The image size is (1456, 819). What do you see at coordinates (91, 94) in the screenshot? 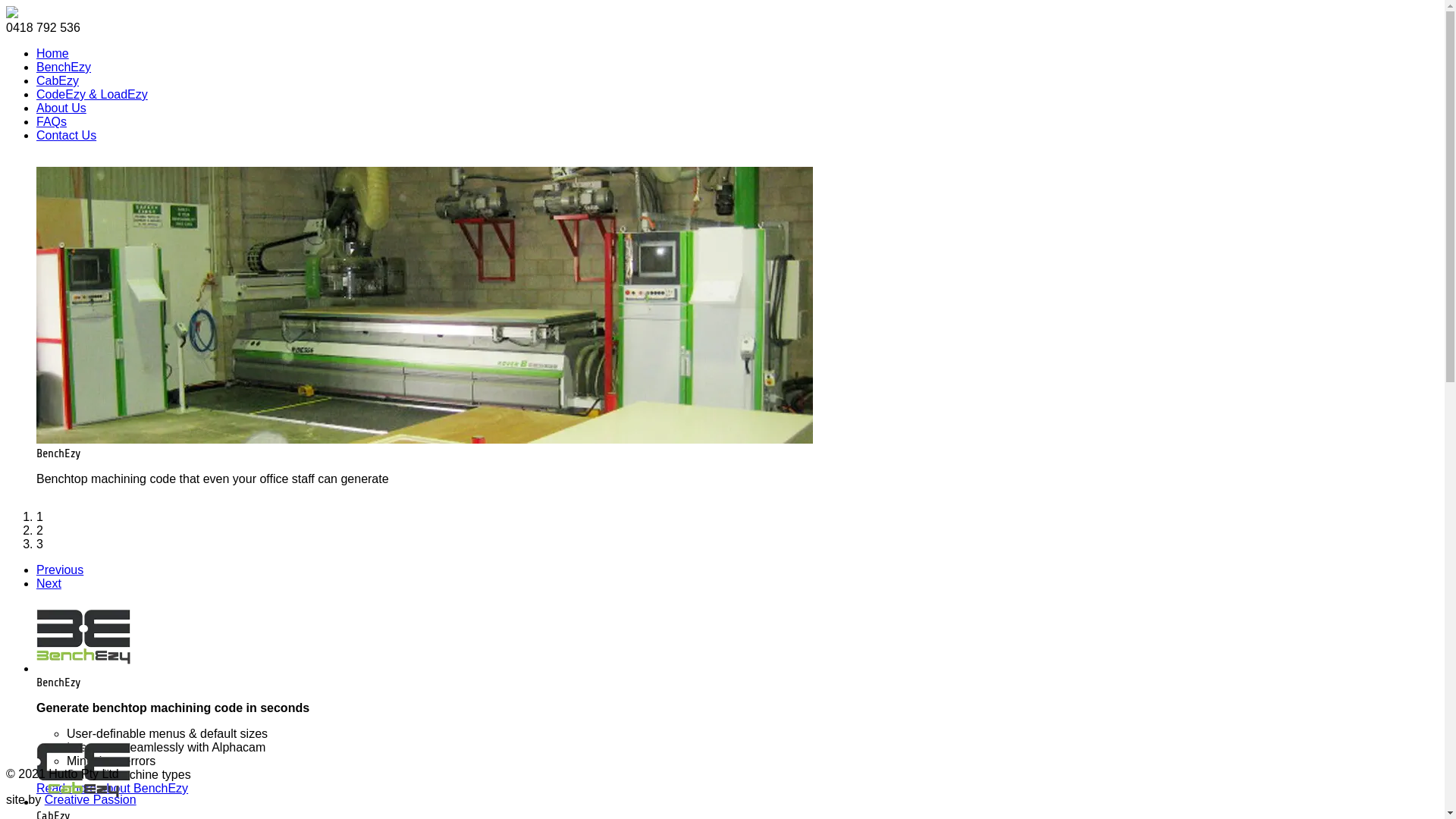
I see `'CodeEzy & LoadEzy'` at bounding box center [91, 94].